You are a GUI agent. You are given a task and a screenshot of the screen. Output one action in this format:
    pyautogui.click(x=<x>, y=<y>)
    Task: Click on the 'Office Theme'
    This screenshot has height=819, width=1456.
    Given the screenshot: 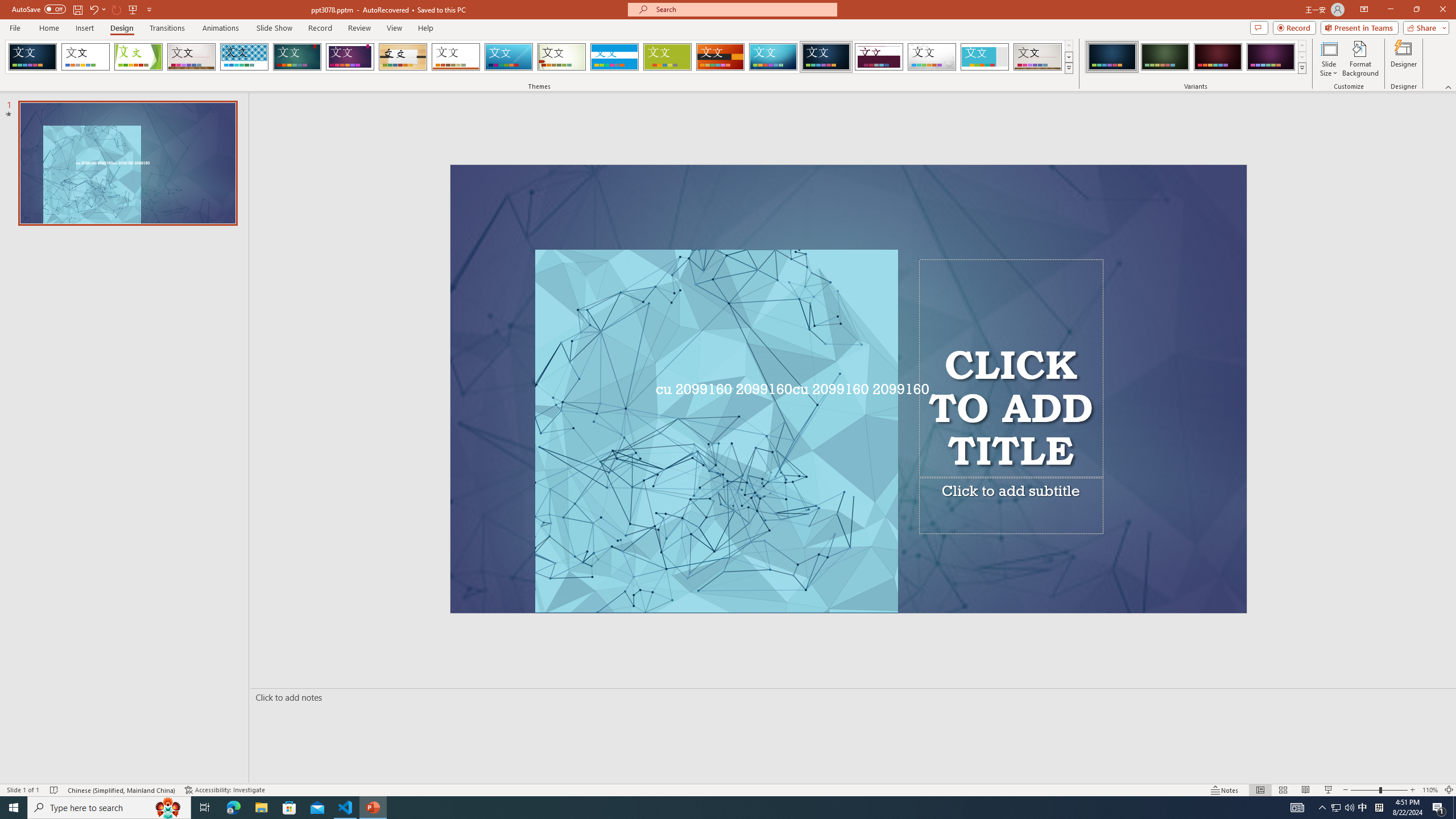 What is the action you would take?
    pyautogui.click(x=85, y=56)
    